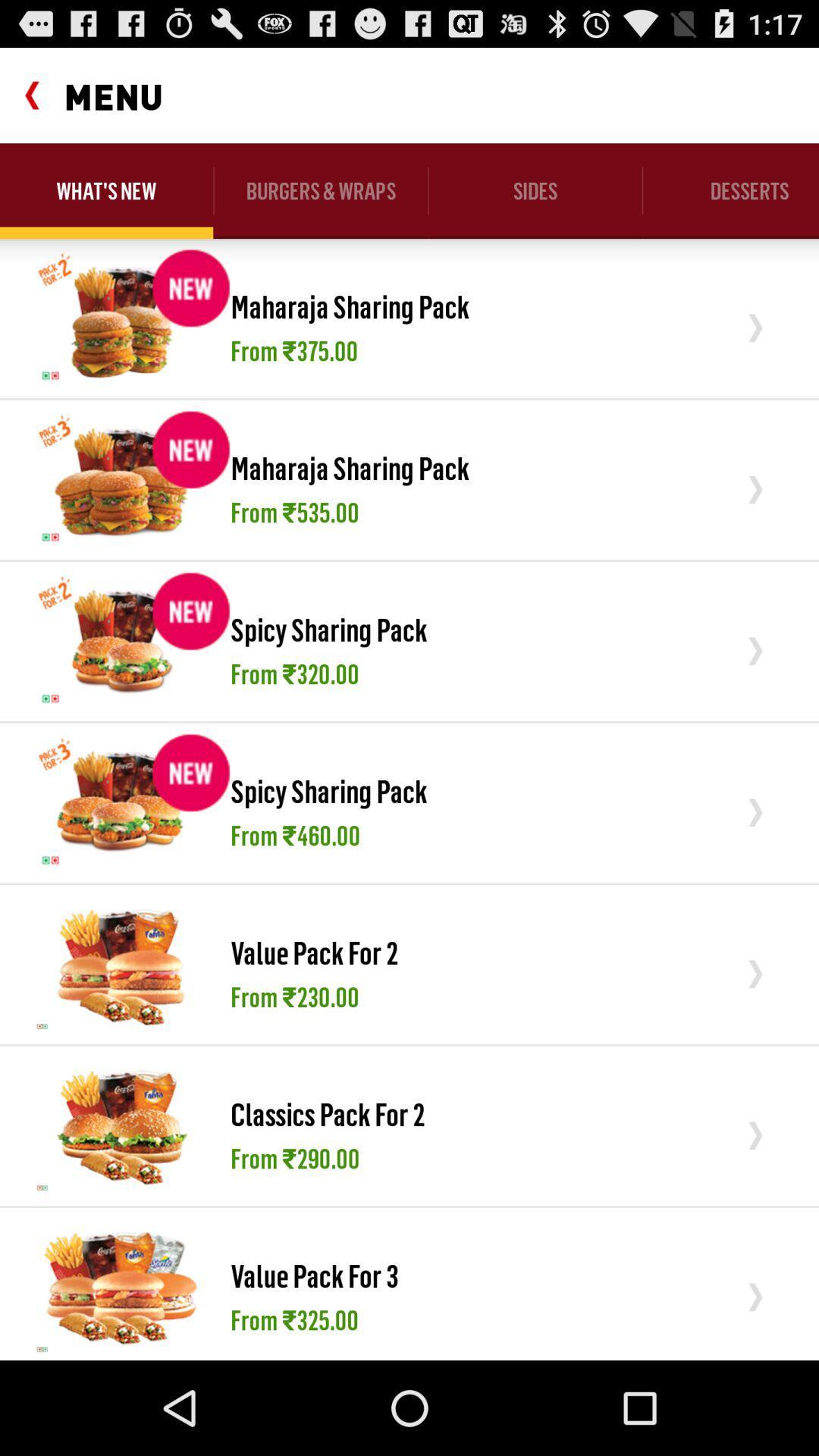 The height and width of the screenshot is (1456, 819). Describe the element at coordinates (121, 1125) in the screenshot. I see `the icon next to the classics pack for item` at that location.